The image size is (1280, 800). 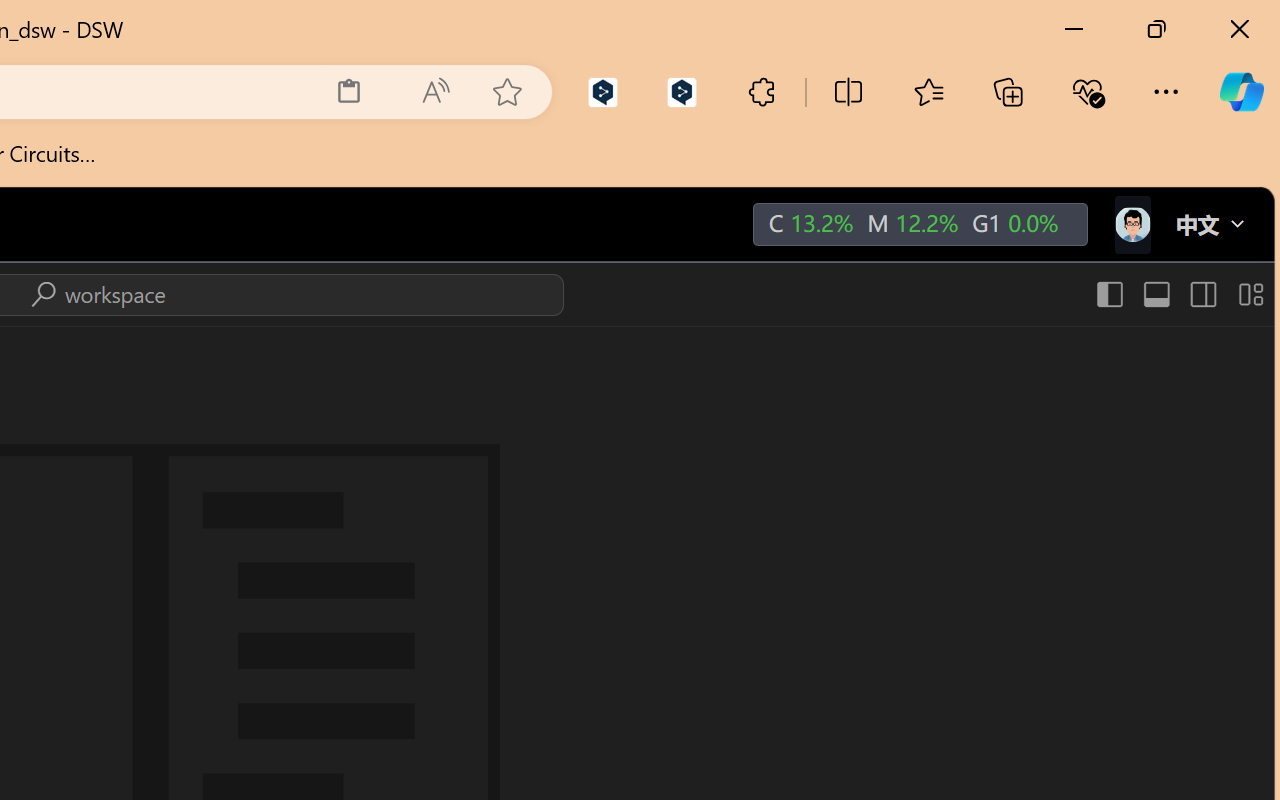 What do you see at coordinates (1200, 294) in the screenshot?
I see `'Toggle Secondary Side Bar (Ctrl+Alt+B)'` at bounding box center [1200, 294].